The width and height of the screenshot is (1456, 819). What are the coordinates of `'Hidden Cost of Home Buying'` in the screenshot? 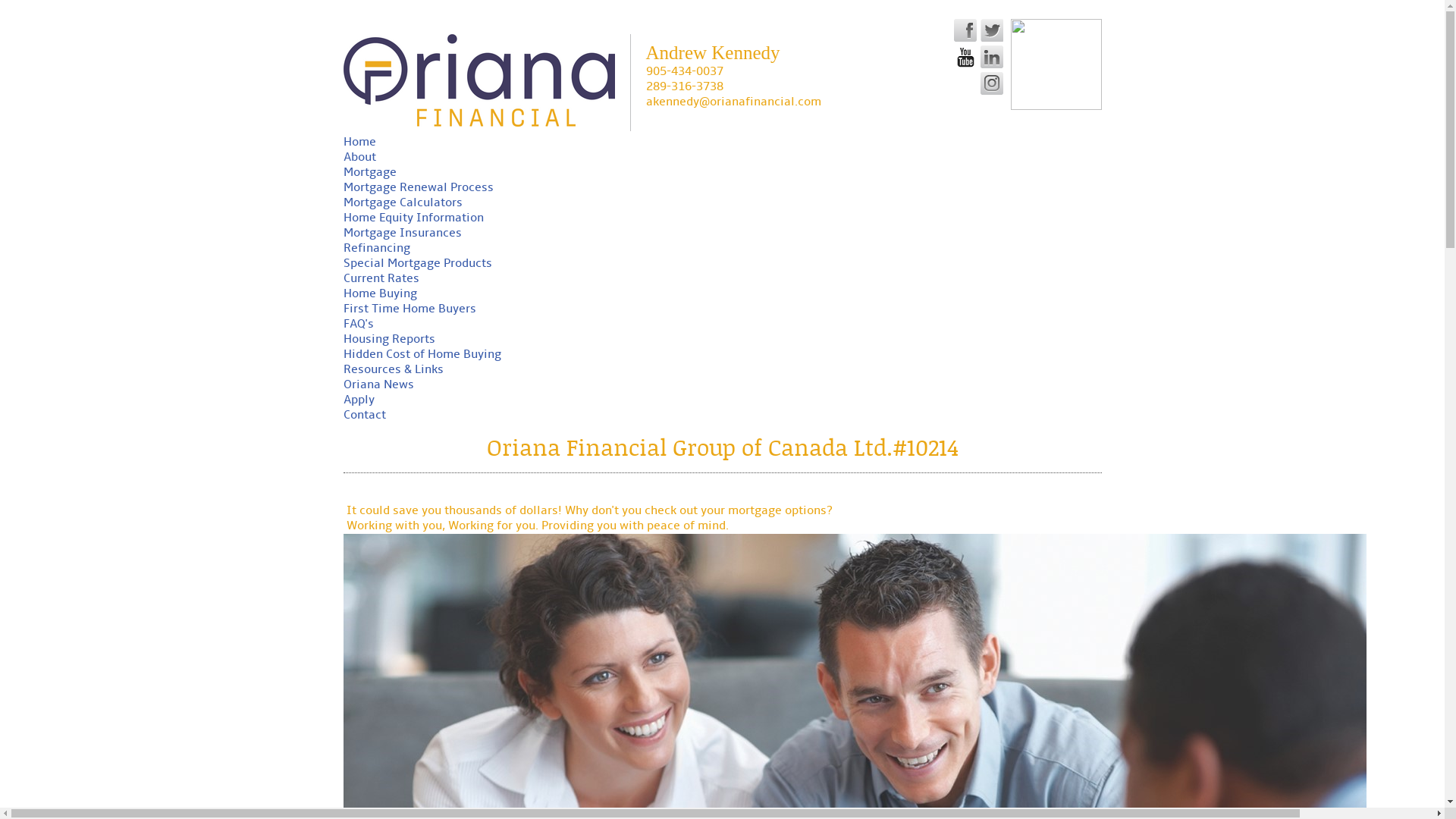 It's located at (422, 354).